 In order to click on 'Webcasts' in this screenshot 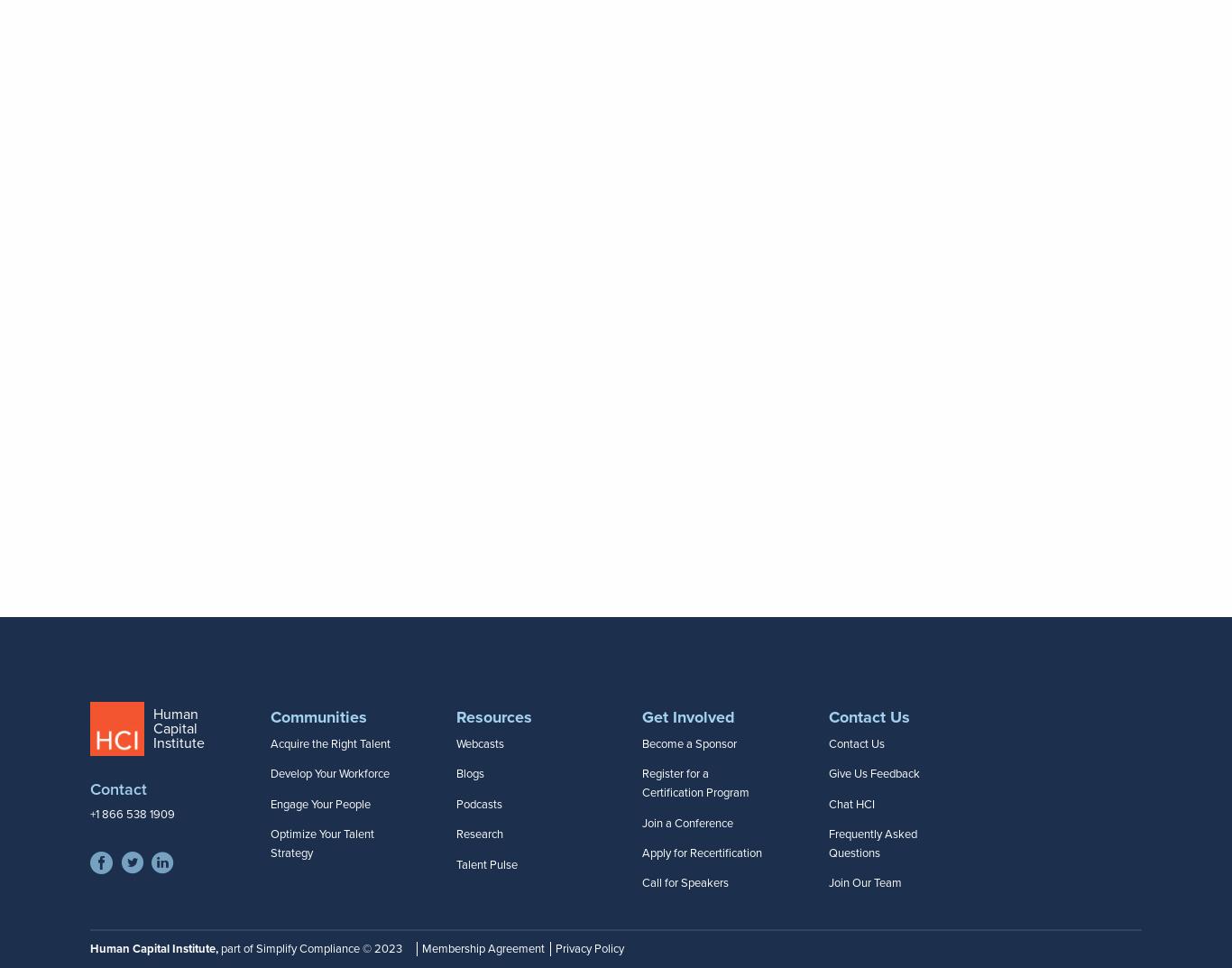, I will do `click(480, 742)`.